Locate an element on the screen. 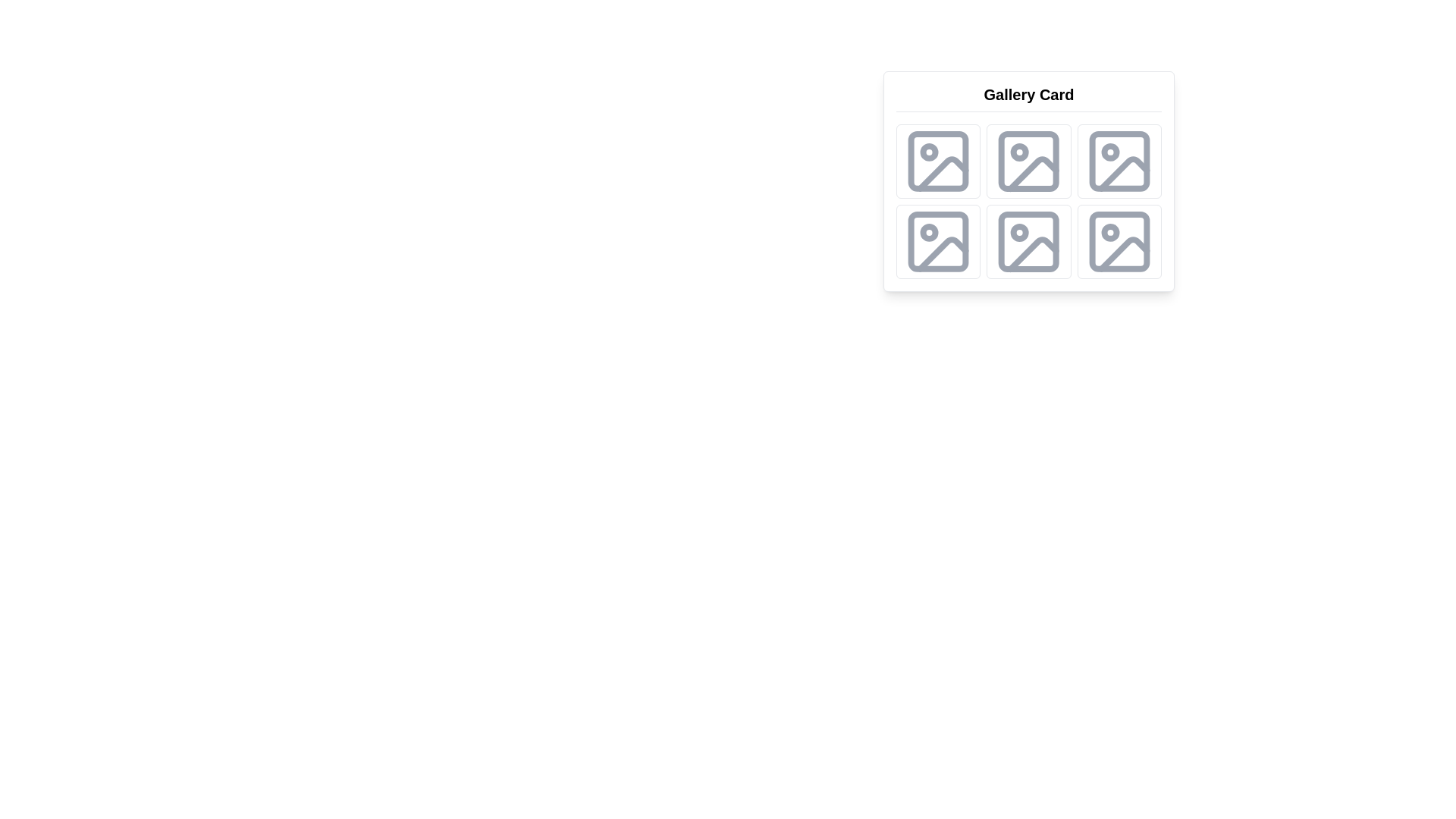  Vector icon or shape that is centrally positioned within the grid of the second row and second column of the gallery card grid is located at coordinates (1029, 161).